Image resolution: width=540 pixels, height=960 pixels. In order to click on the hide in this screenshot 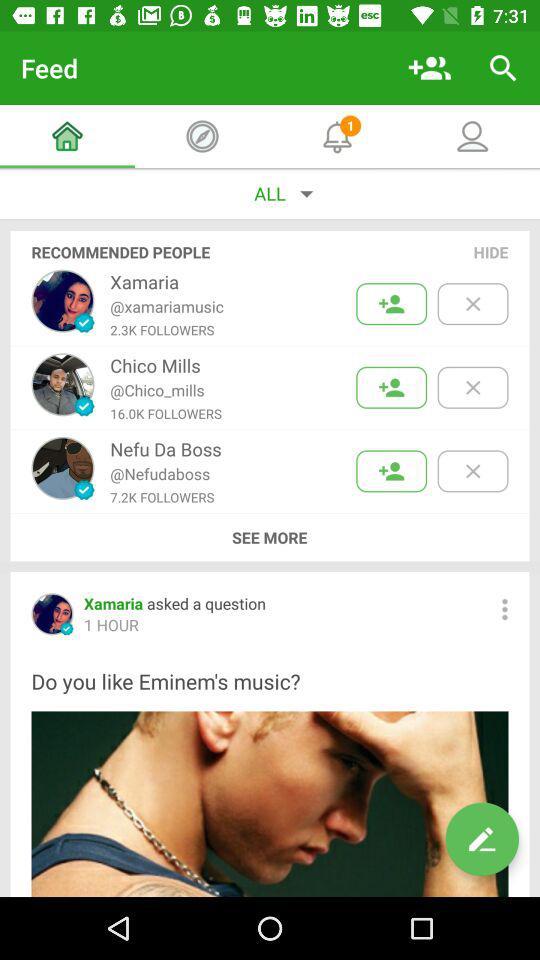, I will do `click(490, 251)`.